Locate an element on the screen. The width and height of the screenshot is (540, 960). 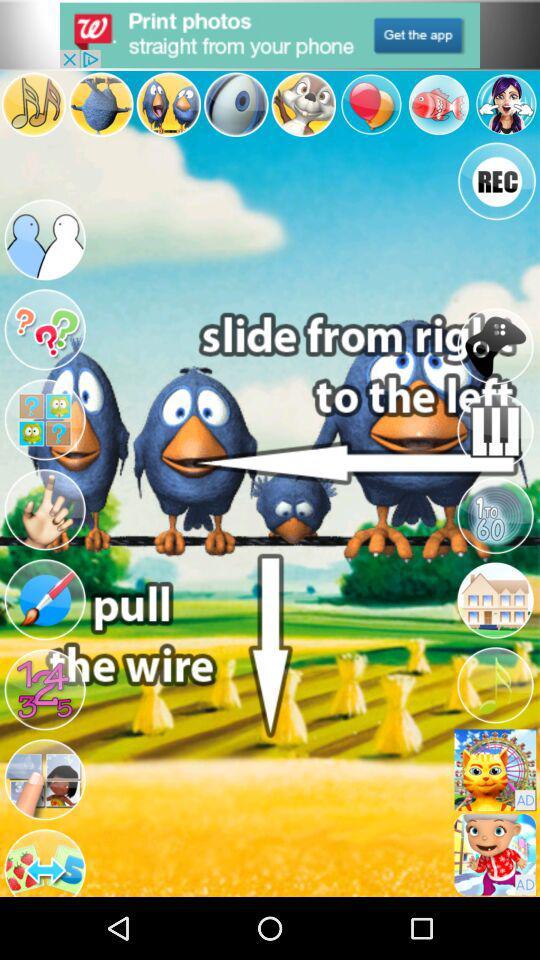
option is located at coordinates (270, 34).